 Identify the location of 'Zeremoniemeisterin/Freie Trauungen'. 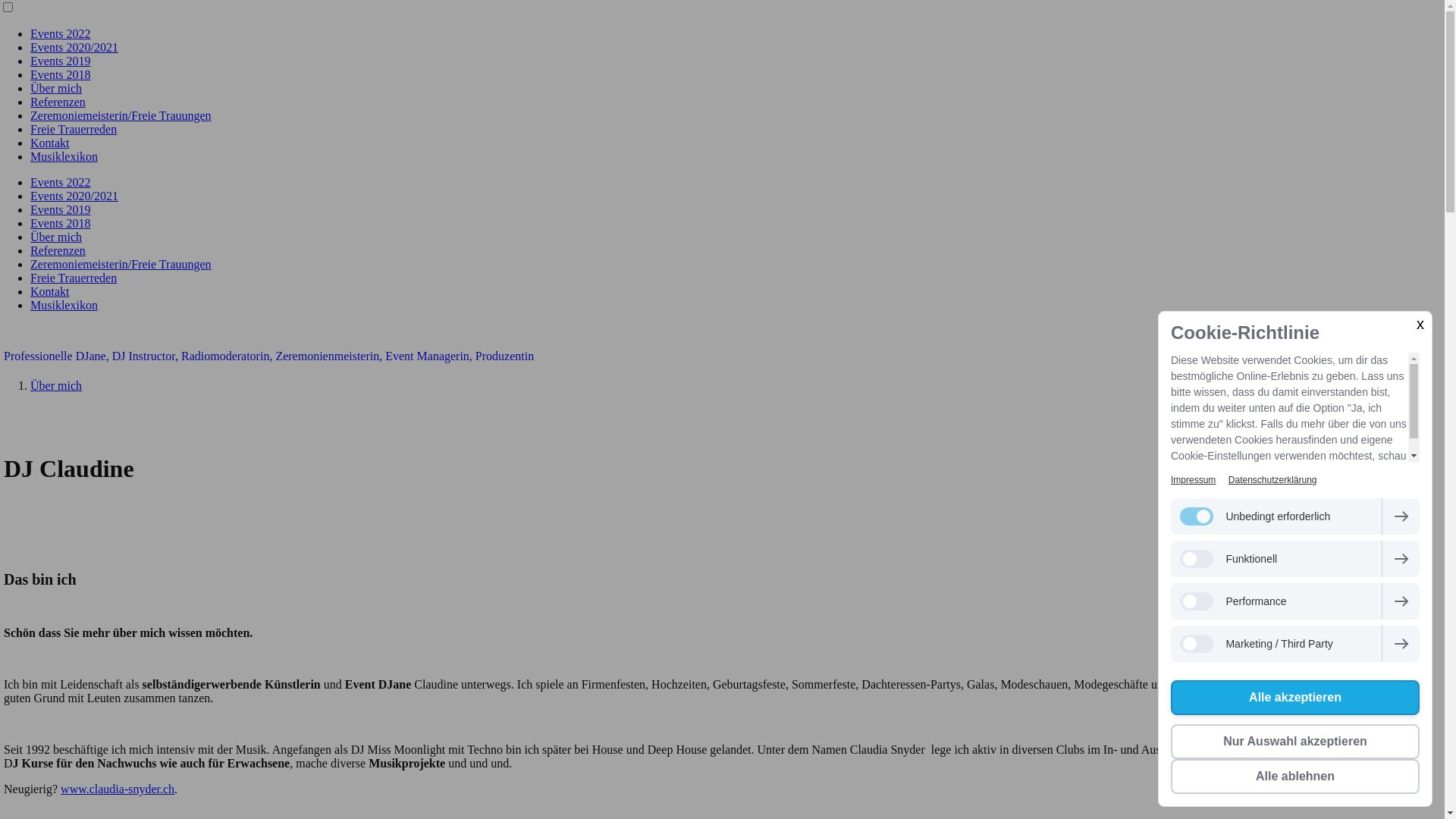
(120, 115).